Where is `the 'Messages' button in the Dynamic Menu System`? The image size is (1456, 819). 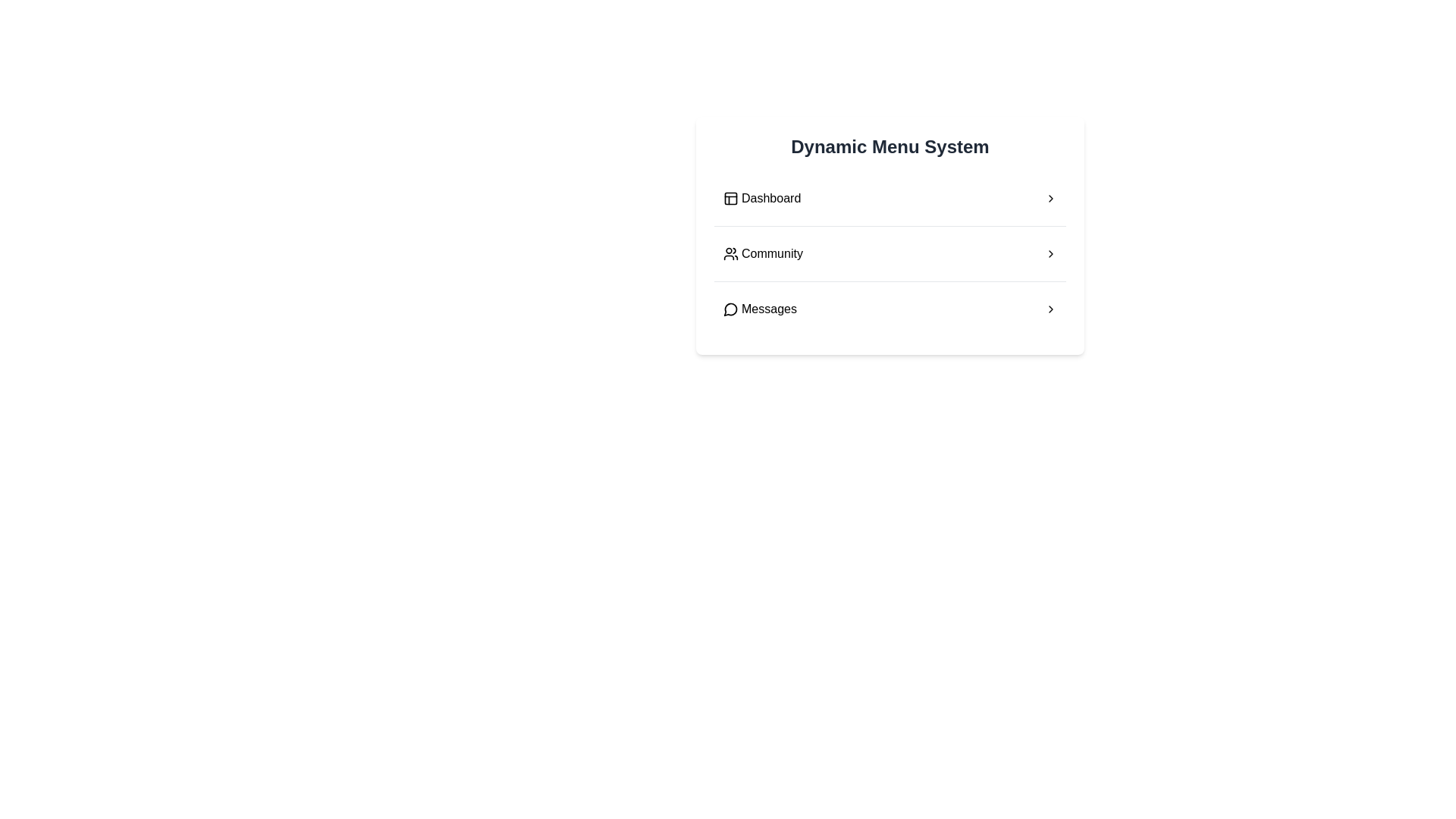
the 'Messages' button in the Dynamic Menu System is located at coordinates (890, 309).